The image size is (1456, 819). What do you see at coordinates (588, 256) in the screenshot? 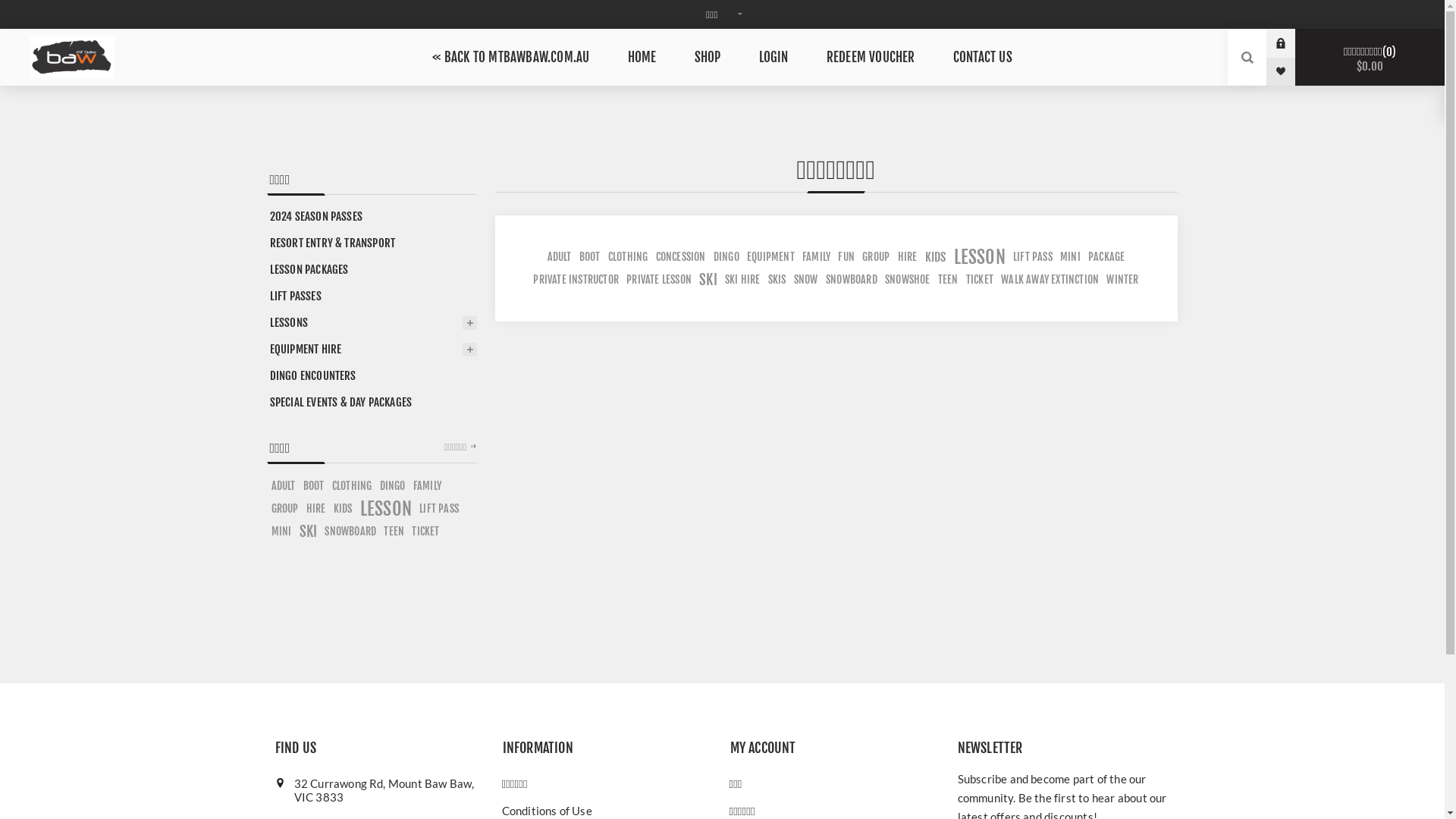
I see `'BOOT'` at bounding box center [588, 256].